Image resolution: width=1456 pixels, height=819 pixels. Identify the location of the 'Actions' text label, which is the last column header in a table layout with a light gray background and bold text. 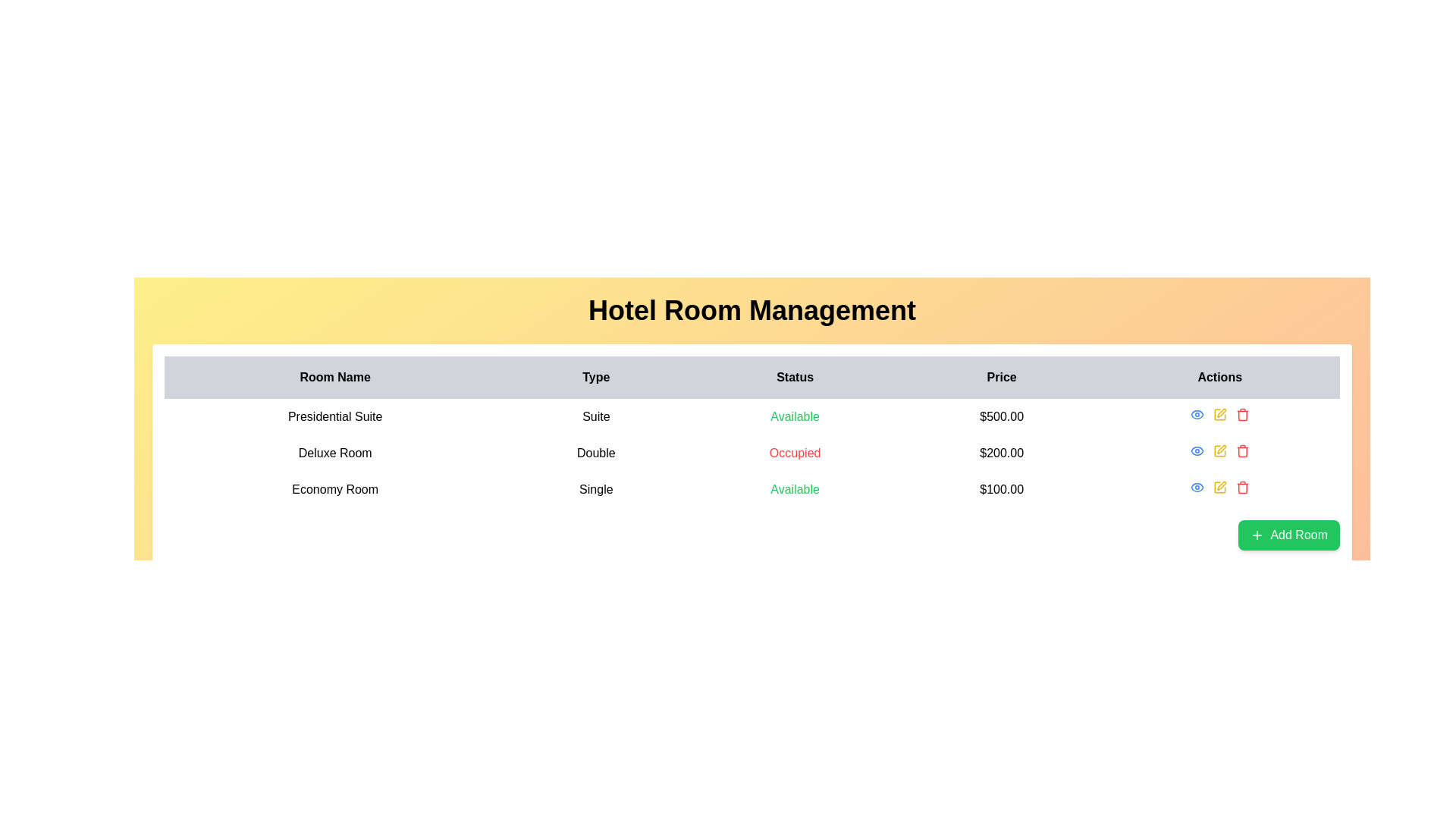
(1219, 376).